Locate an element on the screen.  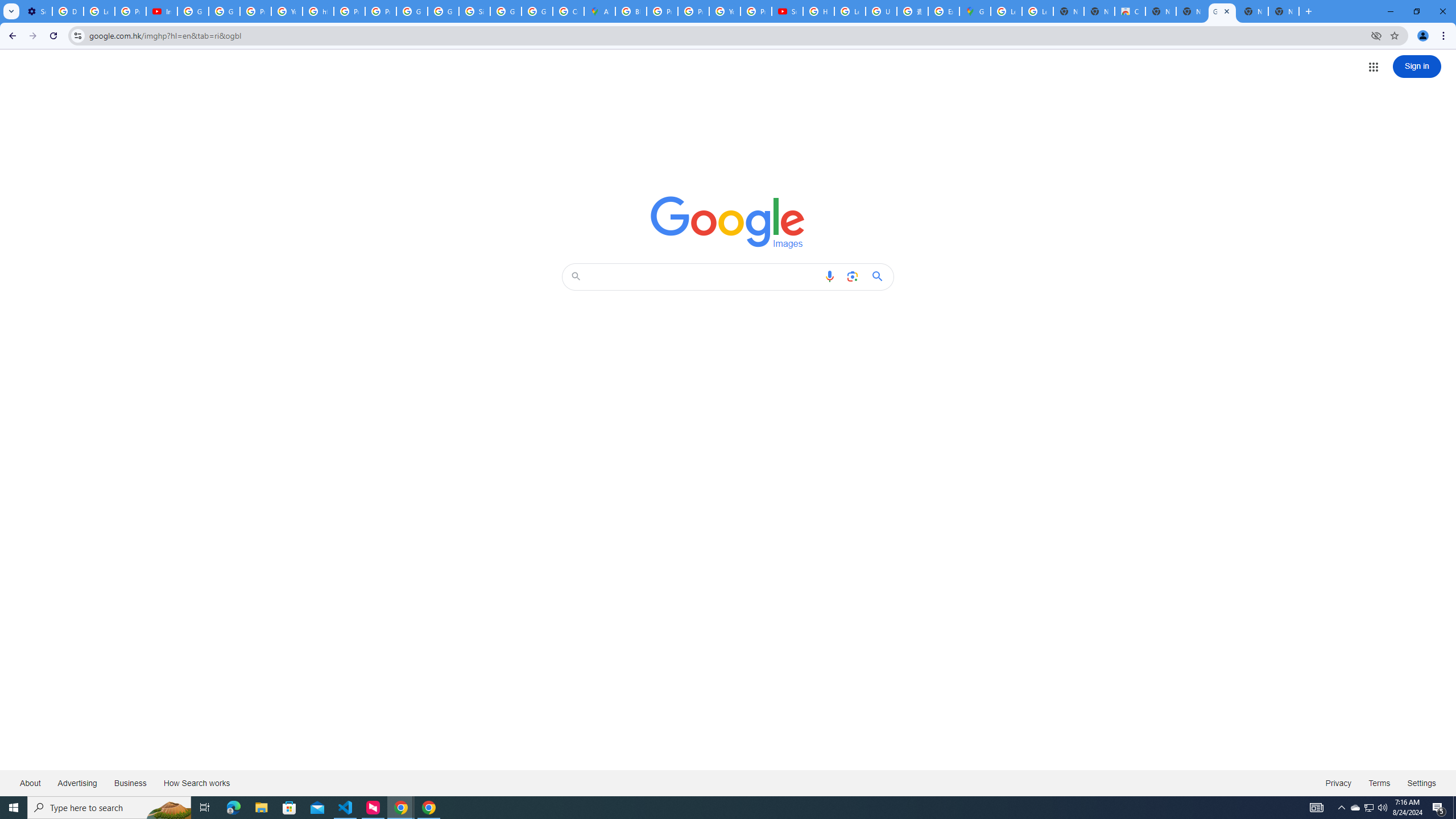
'Google Maps' is located at coordinates (974, 11).